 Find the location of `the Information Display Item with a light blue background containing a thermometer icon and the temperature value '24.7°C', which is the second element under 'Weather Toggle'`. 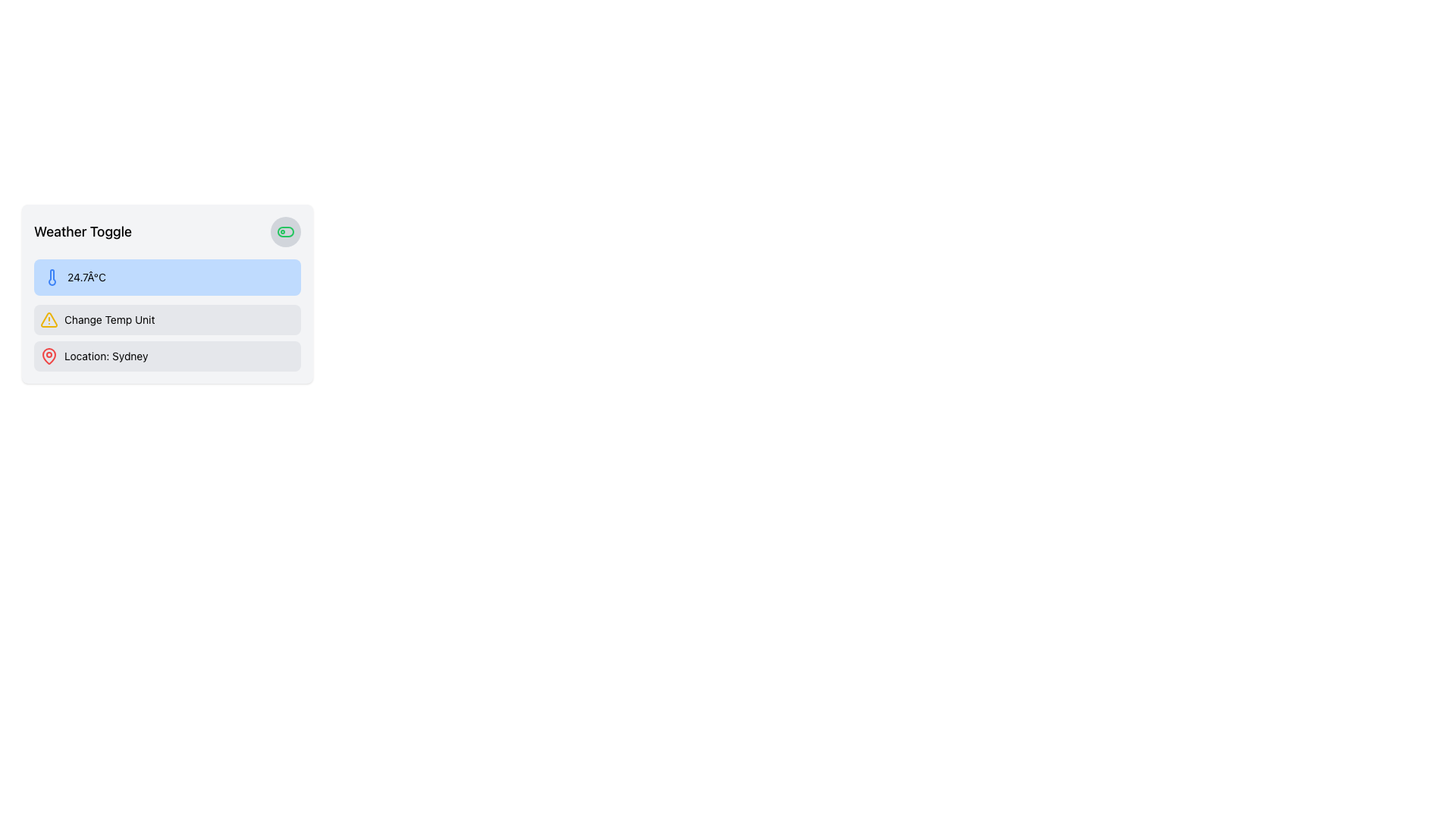

the Information Display Item with a light blue background containing a thermometer icon and the temperature value '24.7°C', which is the second element under 'Weather Toggle' is located at coordinates (167, 294).